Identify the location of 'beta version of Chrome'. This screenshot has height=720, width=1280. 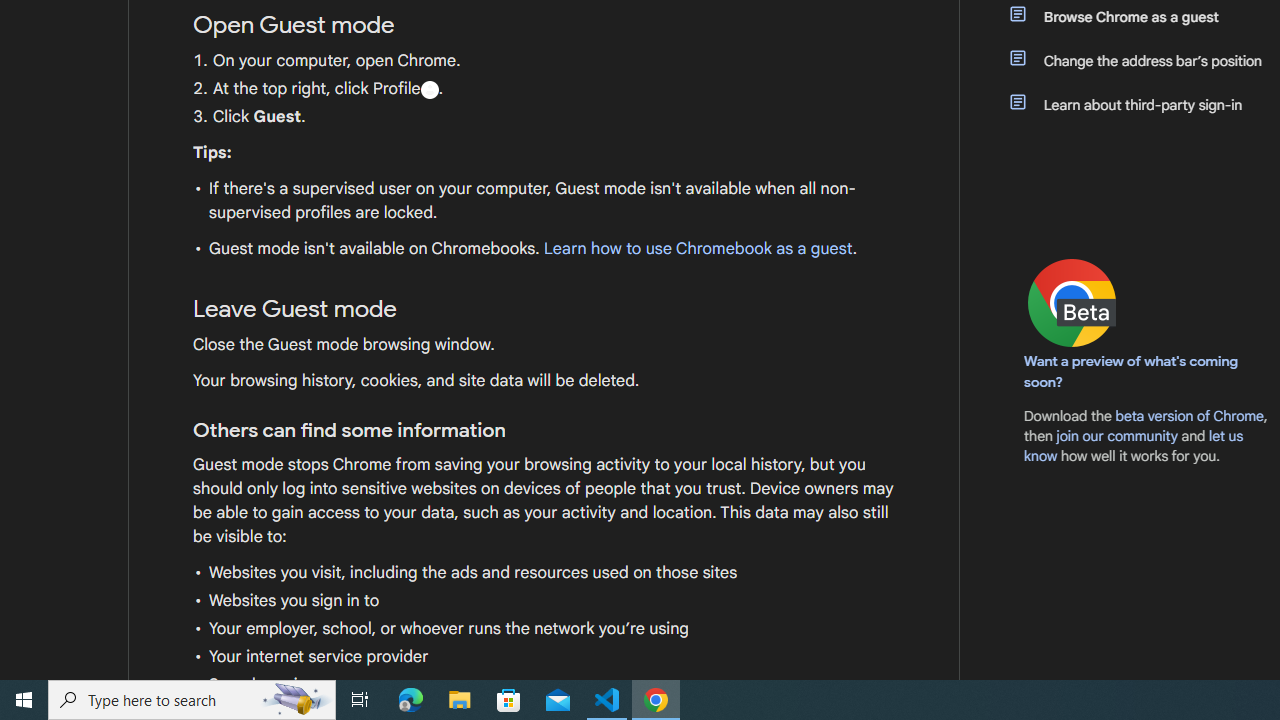
(1189, 414).